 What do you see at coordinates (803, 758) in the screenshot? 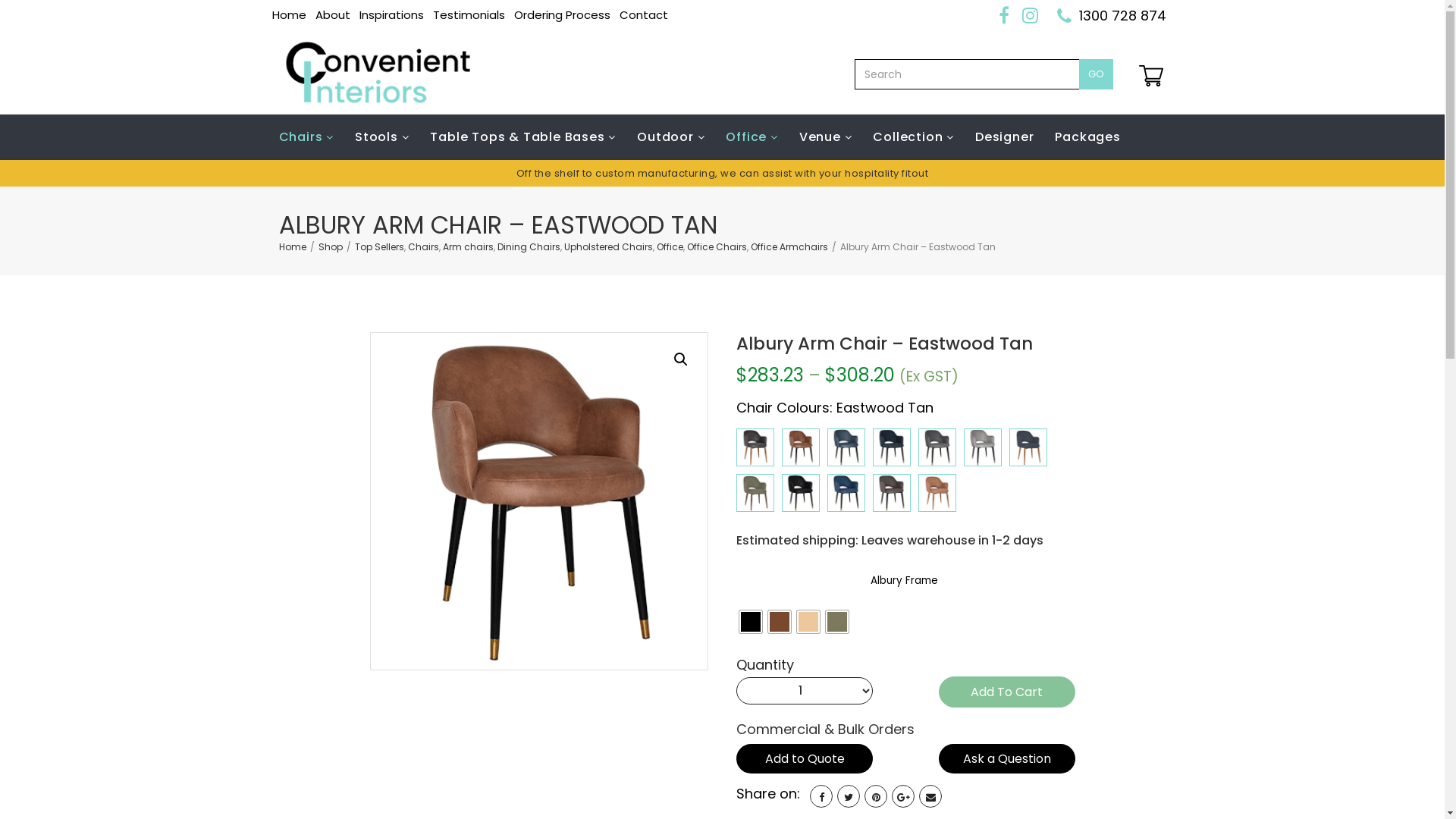
I see `'Add to Quote'` at bounding box center [803, 758].